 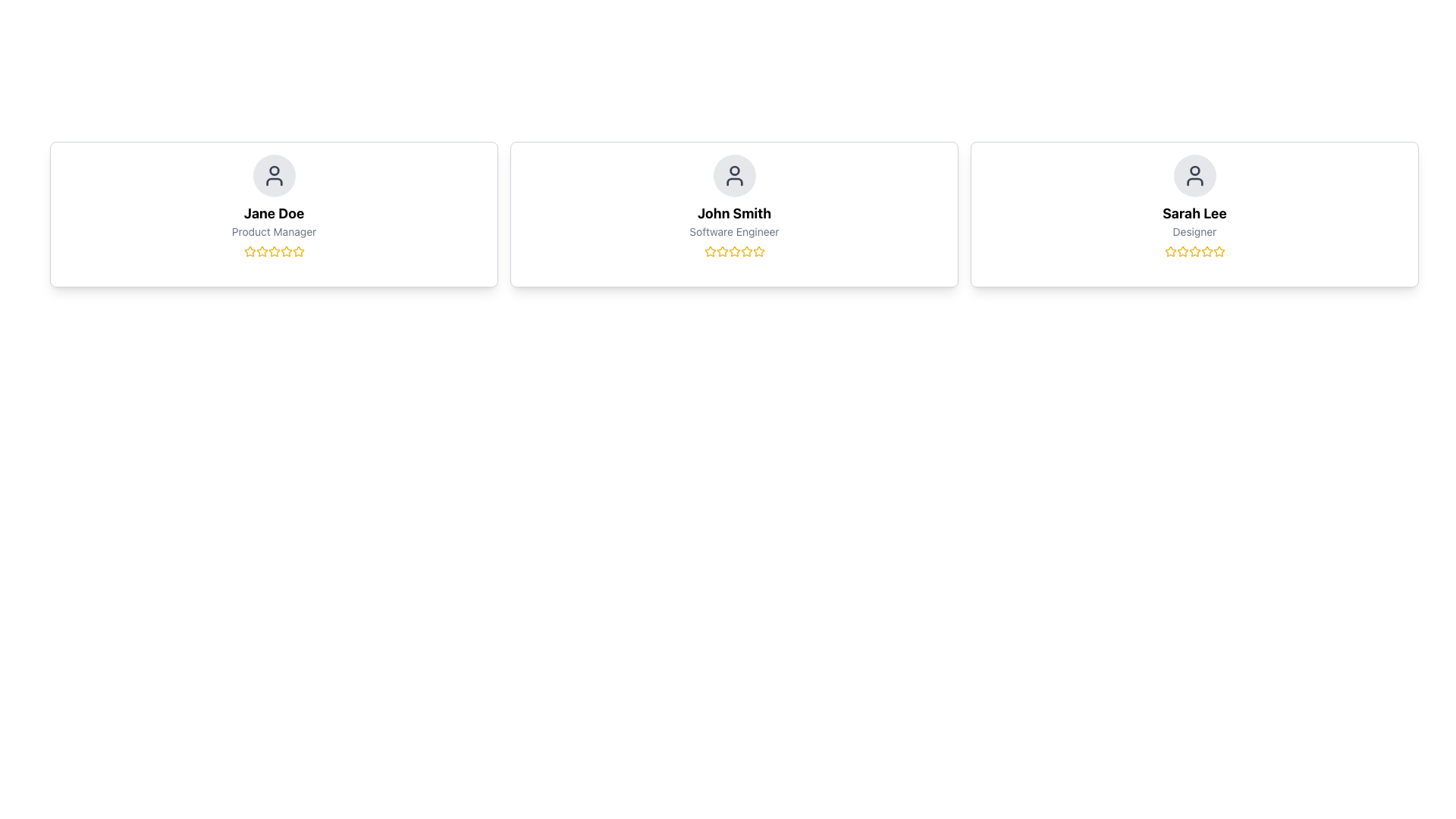 What do you see at coordinates (709, 250) in the screenshot?
I see `the first star icon outlined in gold, located under 'John Smith' and 'Software Engineer' in the central card of the three-card layout` at bounding box center [709, 250].